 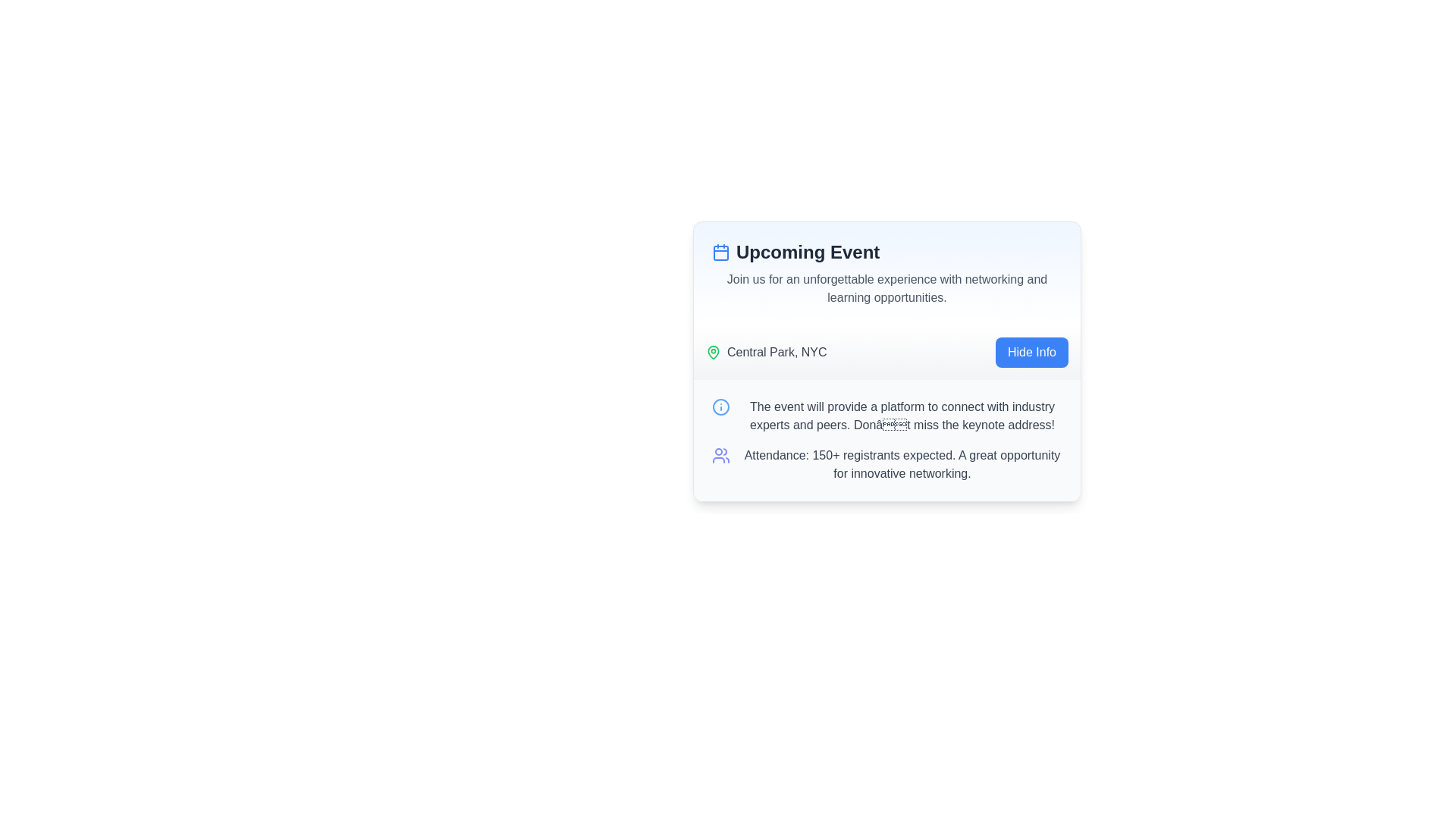 What do you see at coordinates (887, 464) in the screenshot?
I see `the Text Block displaying 'Attendance: 150+ registrants expected. A great opportunity for innovative networking.'` at bounding box center [887, 464].